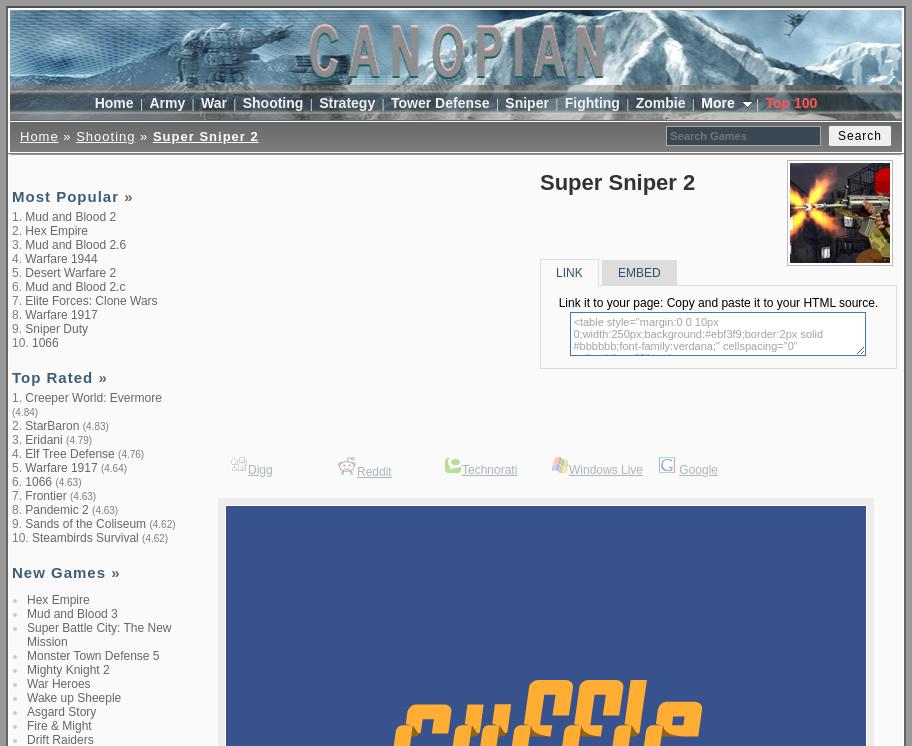  I want to click on 'Mud and Blood 2.c', so click(73, 285).